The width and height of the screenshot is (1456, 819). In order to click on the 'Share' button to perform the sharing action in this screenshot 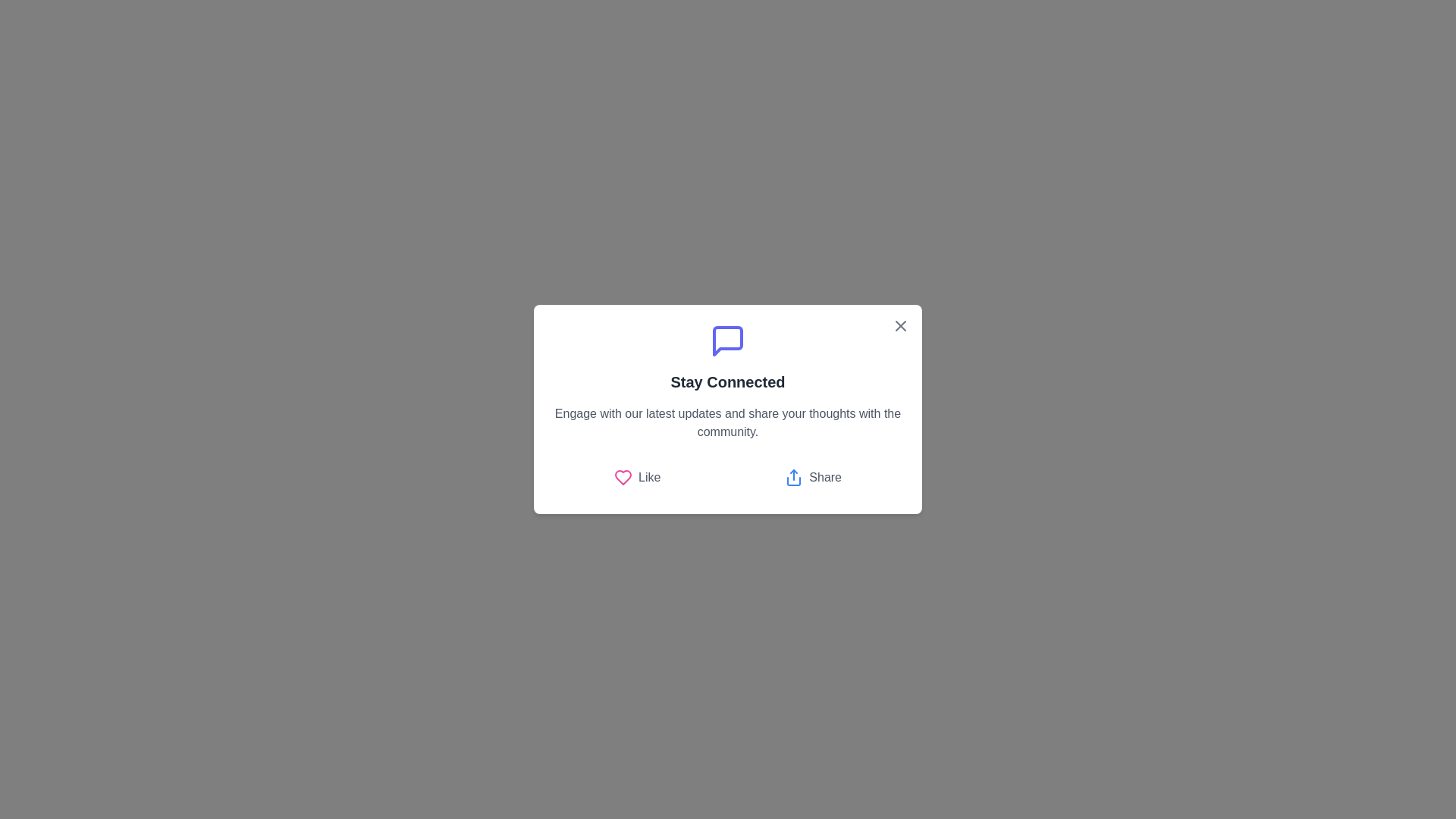, I will do `click(811, 476)`.